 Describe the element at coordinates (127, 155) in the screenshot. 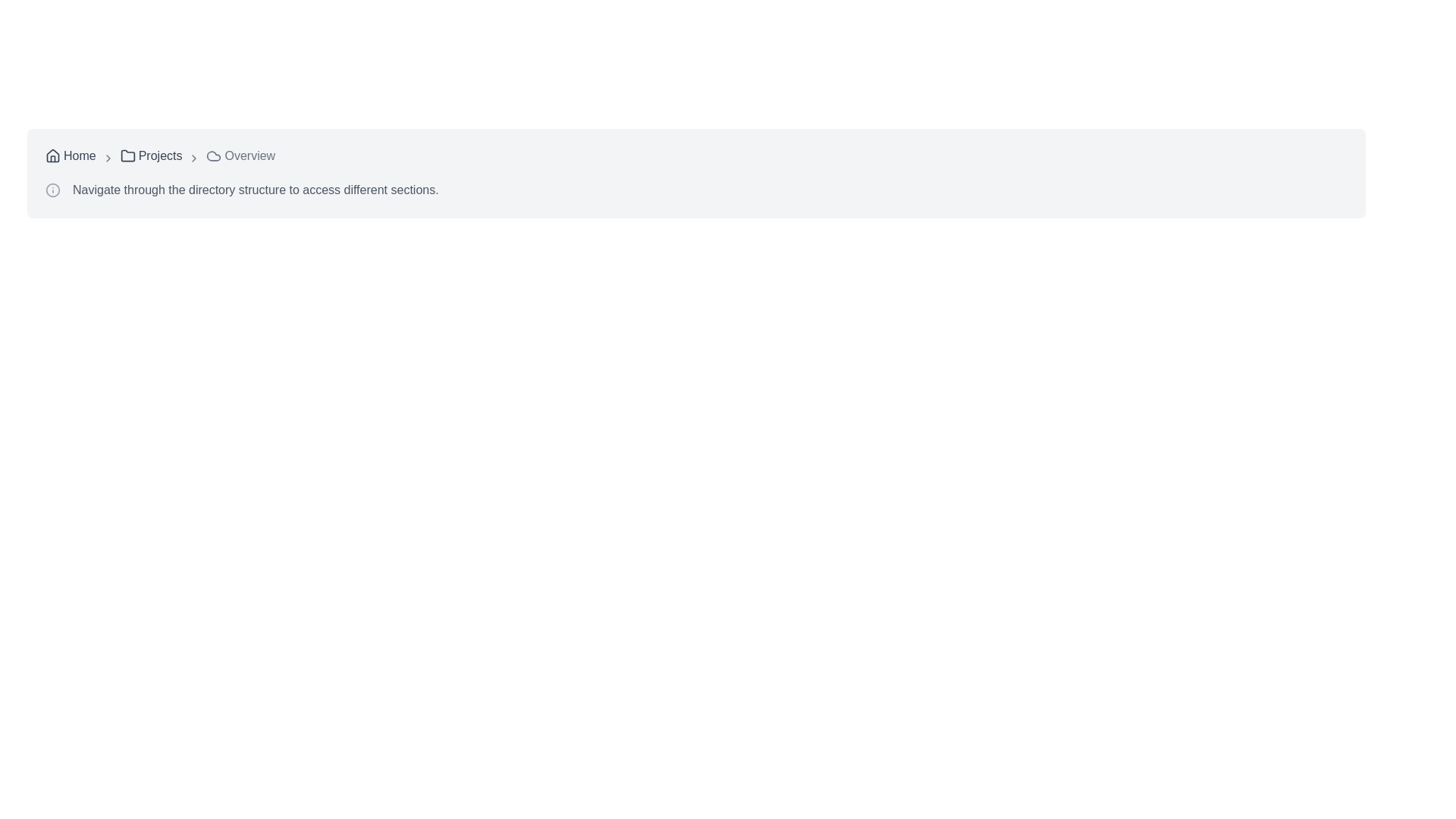

I see `the 'Projects' icon in the breadcrumb navigation bar` at that location.